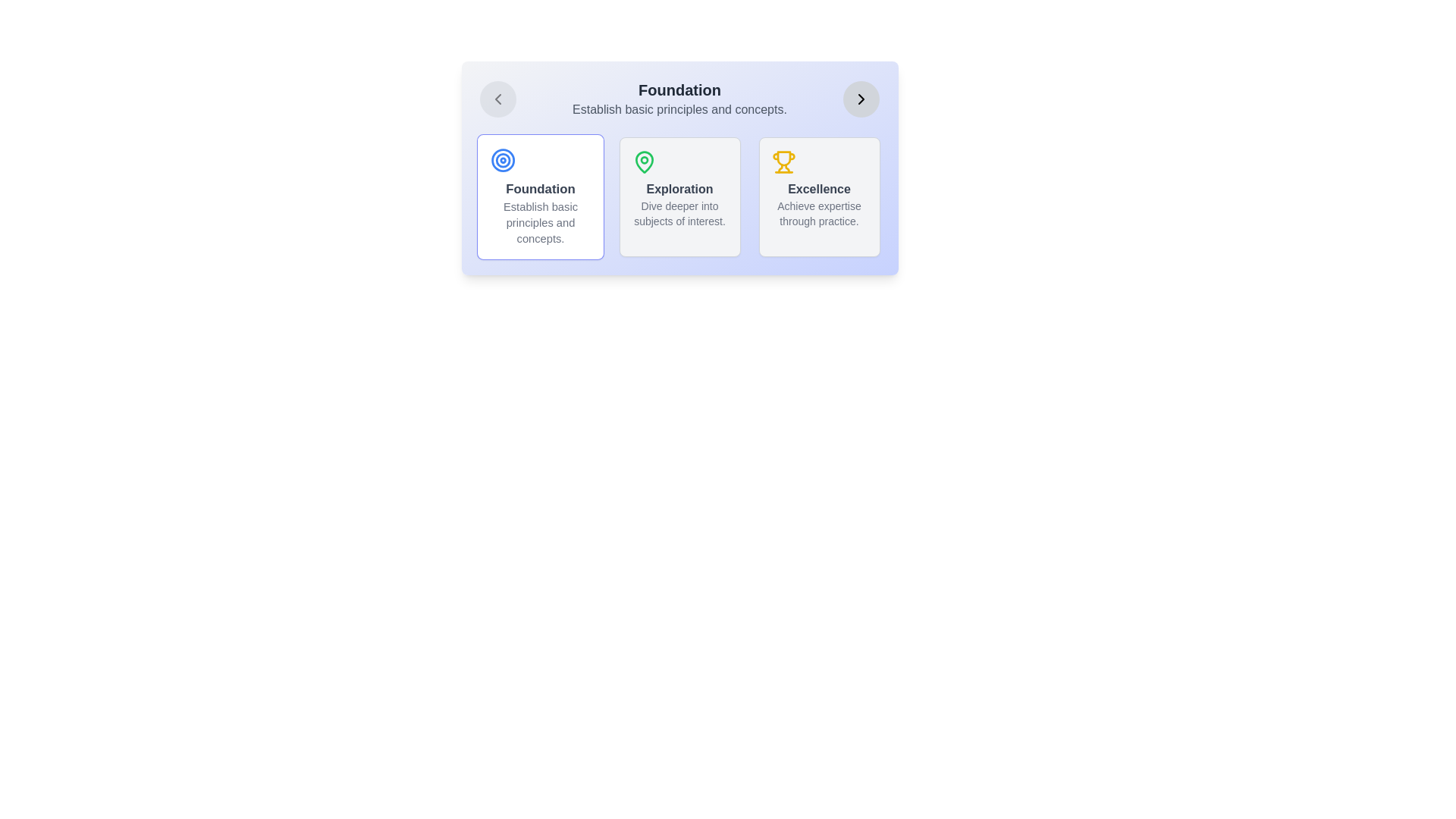 Image resolution: width=1456 pixels, height=819 pixels. I want to click on the green map pin icon with a circular outline, located in the middle card of the 'Exploration' section, so click(644, 162).